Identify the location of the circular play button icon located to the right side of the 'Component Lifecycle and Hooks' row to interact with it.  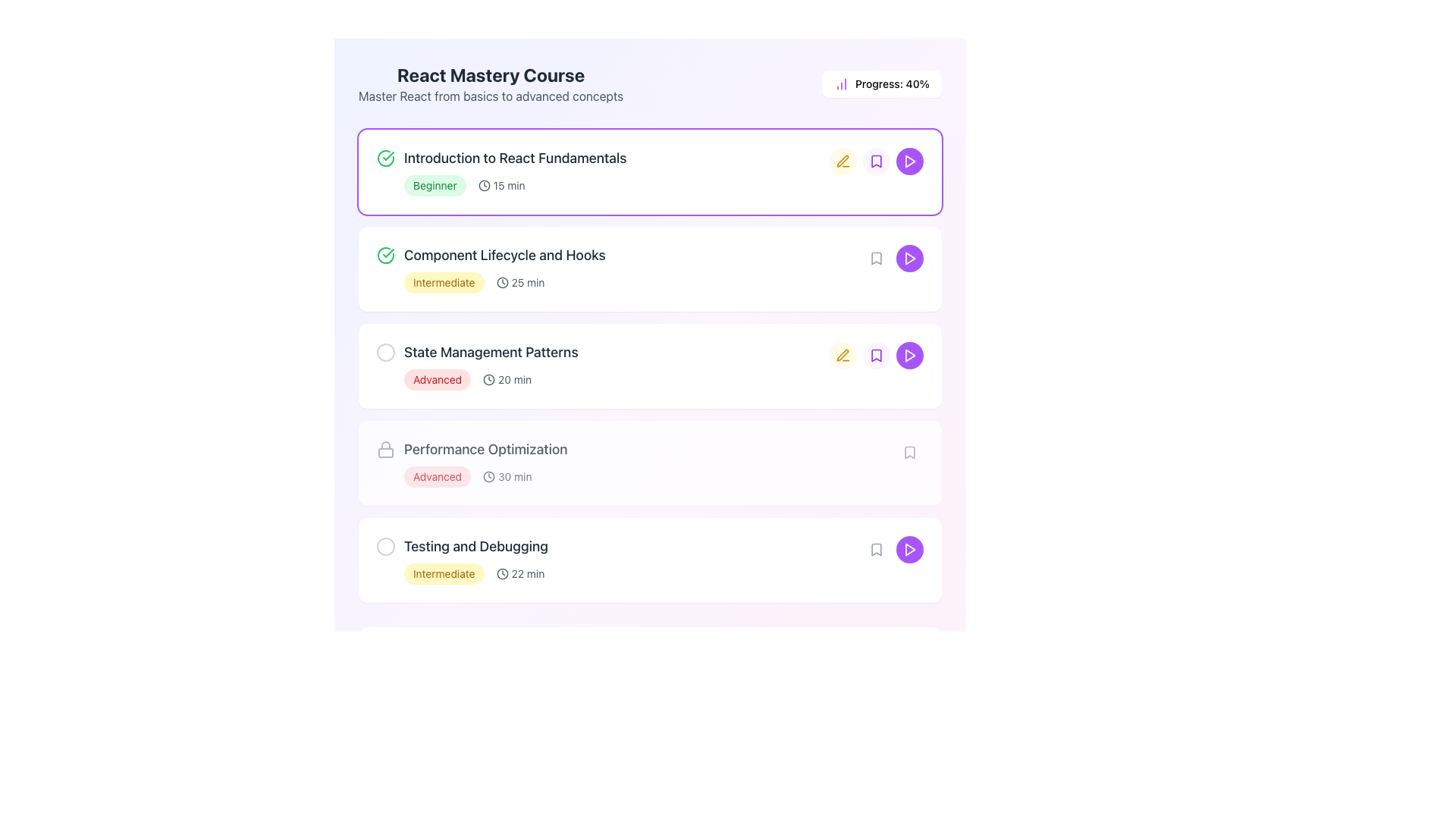
(910, 257).